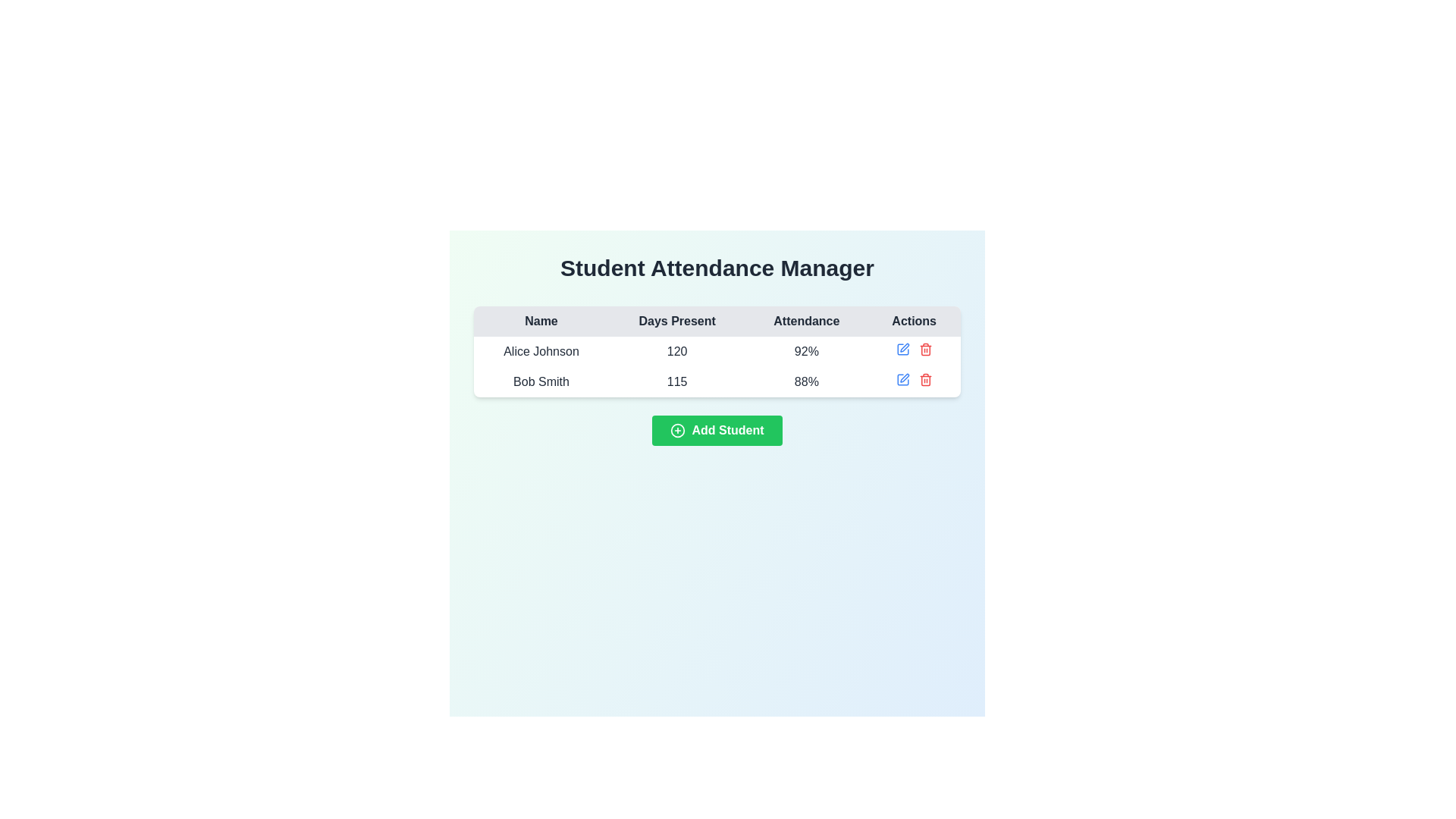  I want to click on the 'Add Student' button located below the attendance table, so click(716, 430).